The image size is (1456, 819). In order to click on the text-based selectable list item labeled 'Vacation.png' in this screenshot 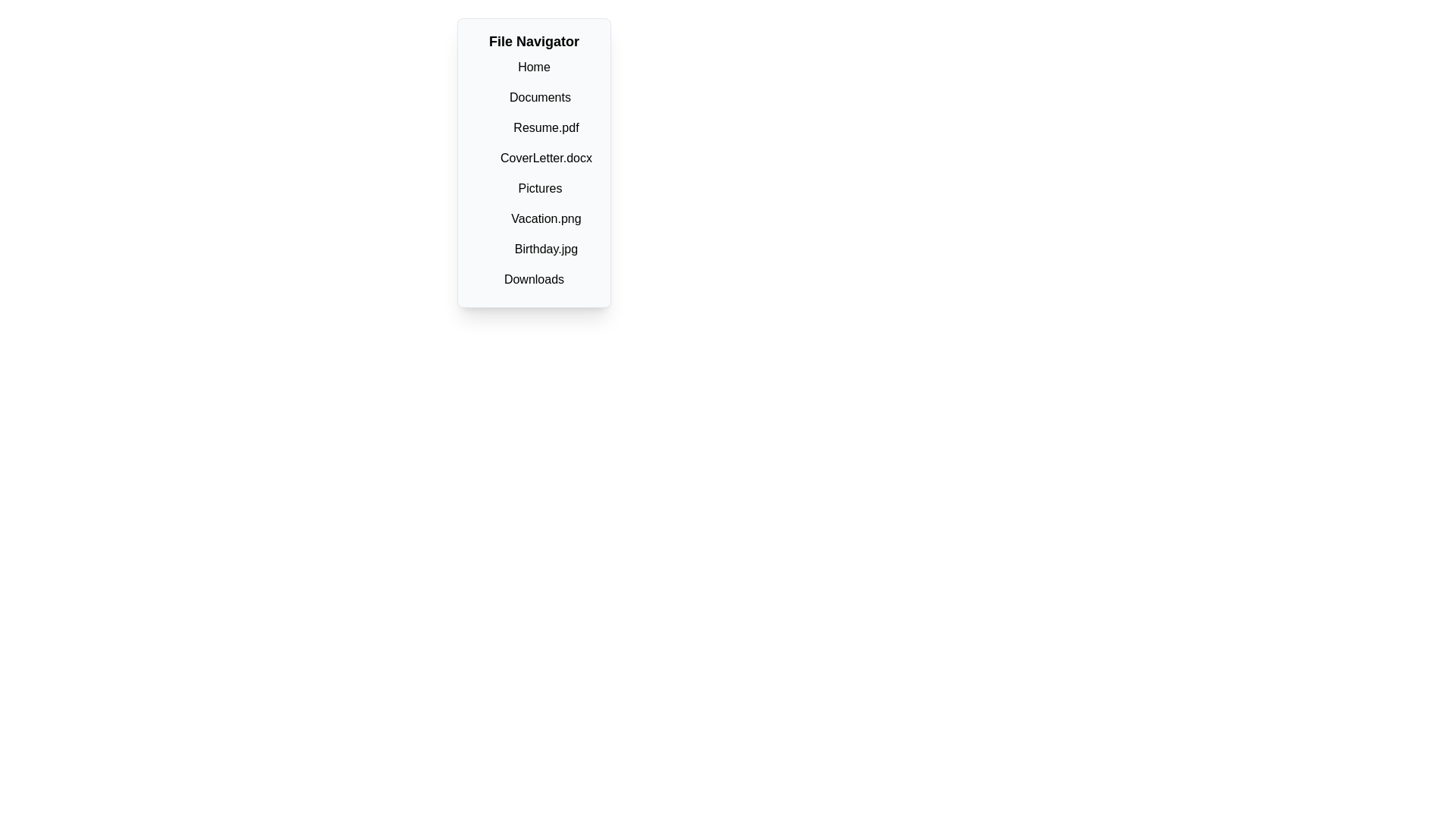, I will do `click(546, 219)`.